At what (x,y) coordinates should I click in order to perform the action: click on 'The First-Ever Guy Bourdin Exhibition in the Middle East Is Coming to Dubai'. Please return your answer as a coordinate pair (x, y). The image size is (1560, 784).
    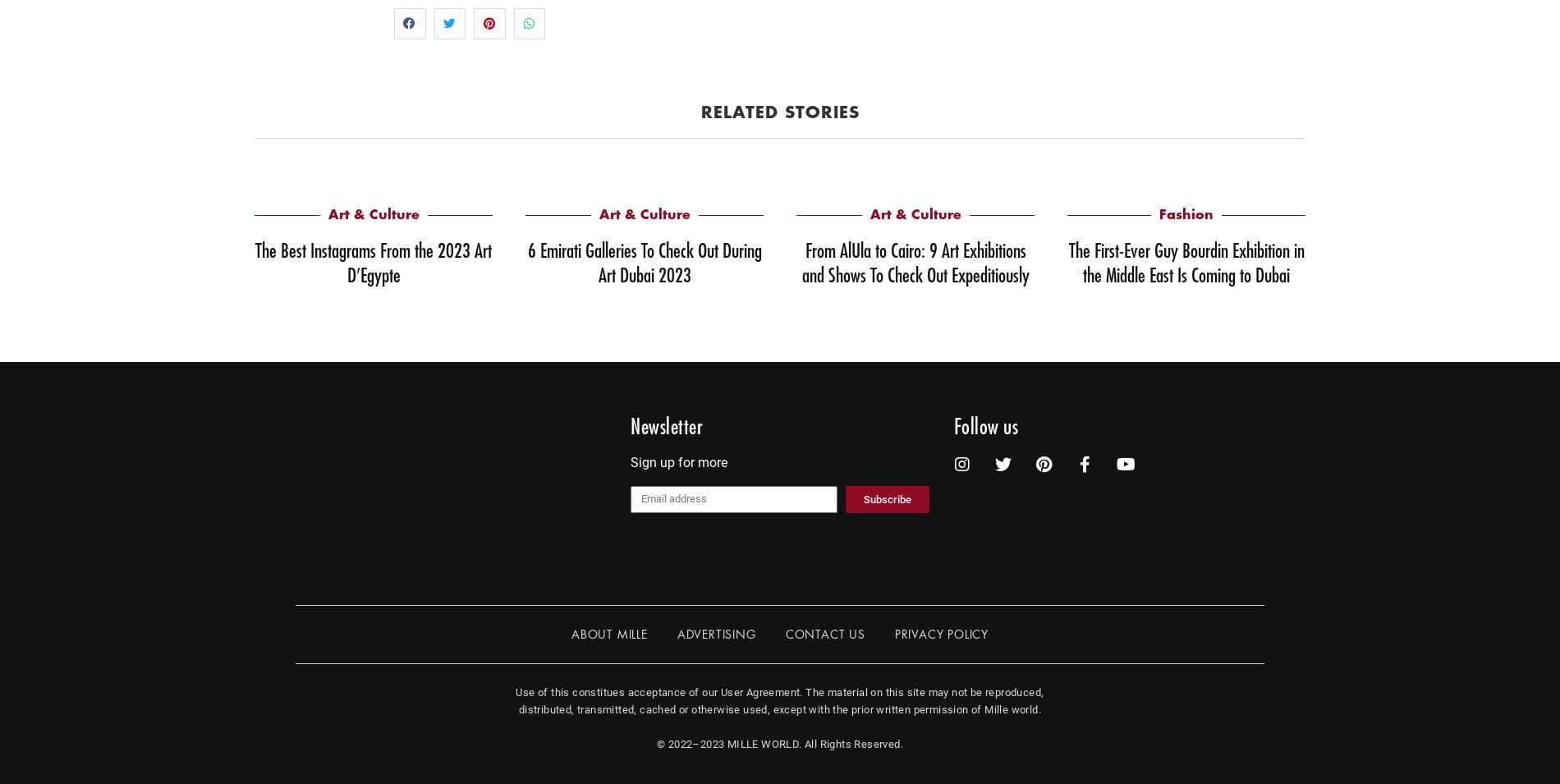
    Looking at the image, I should click on (1186, 262).